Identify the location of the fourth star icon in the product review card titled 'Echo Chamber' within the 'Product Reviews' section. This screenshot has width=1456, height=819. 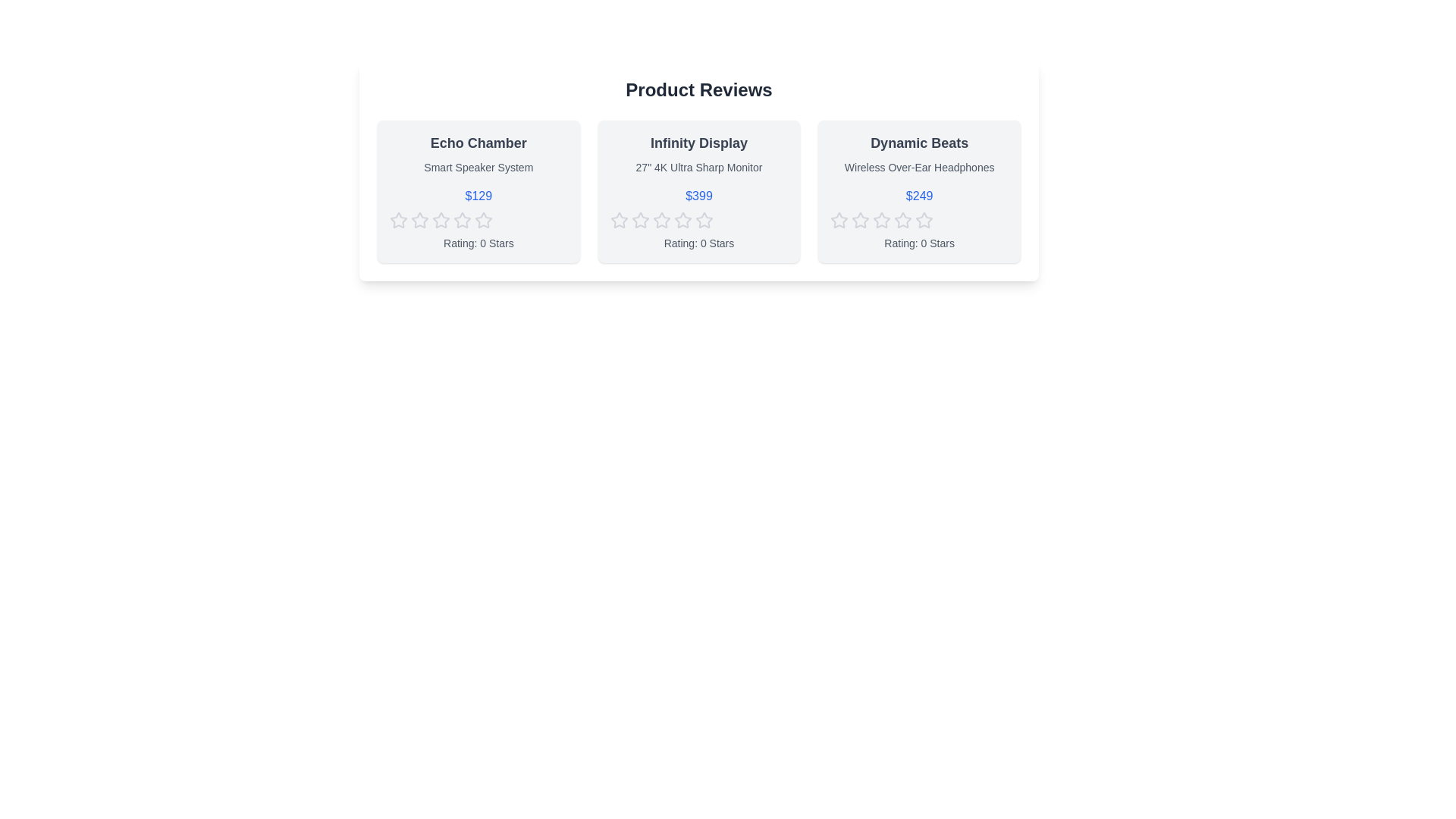
(483, 220).